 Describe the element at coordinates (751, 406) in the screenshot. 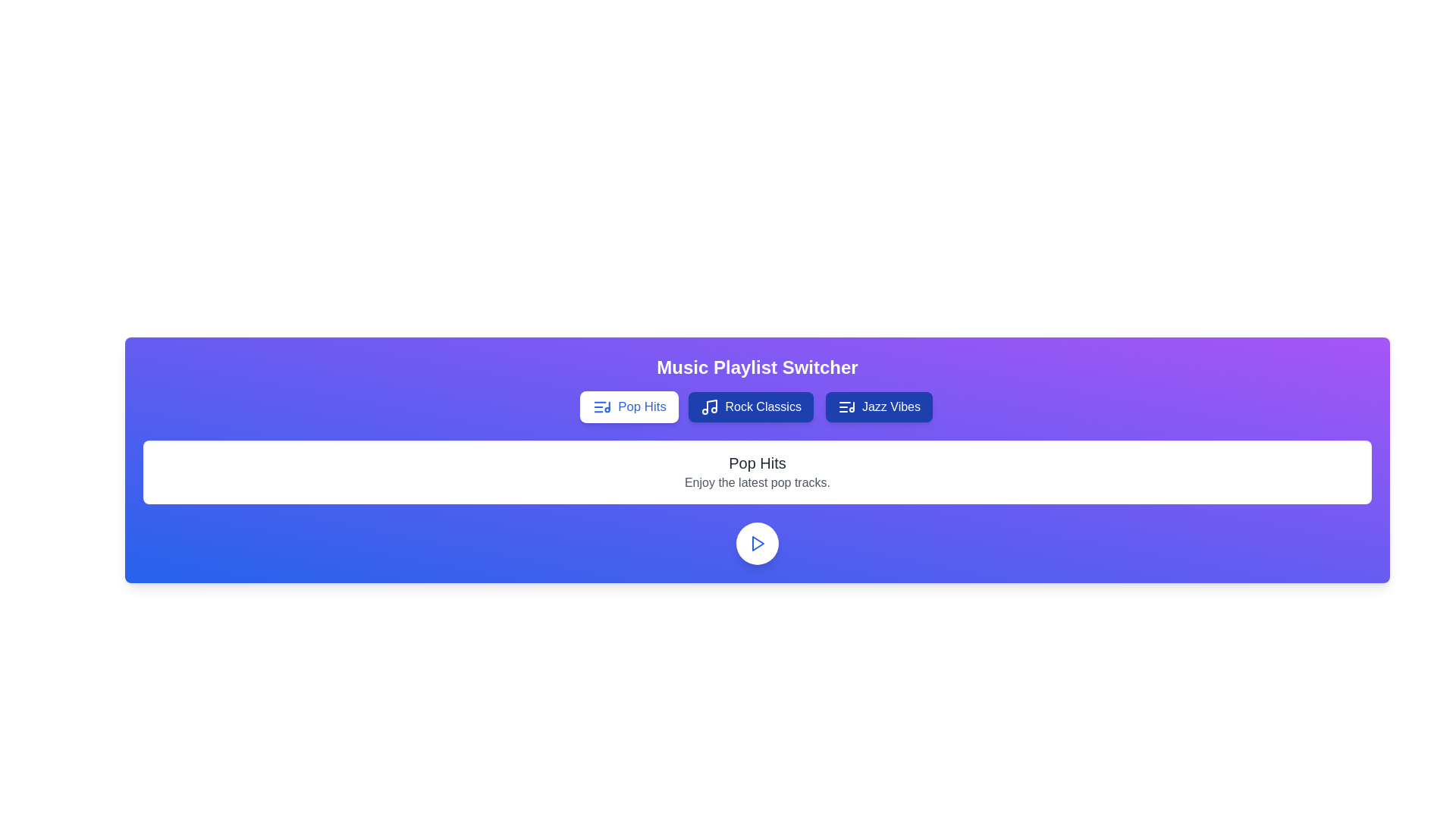

I see `the button located between 'Pop Hits' and 'Jazz Vibes' to switch to the 'Rock Classics' playlist` at that location.